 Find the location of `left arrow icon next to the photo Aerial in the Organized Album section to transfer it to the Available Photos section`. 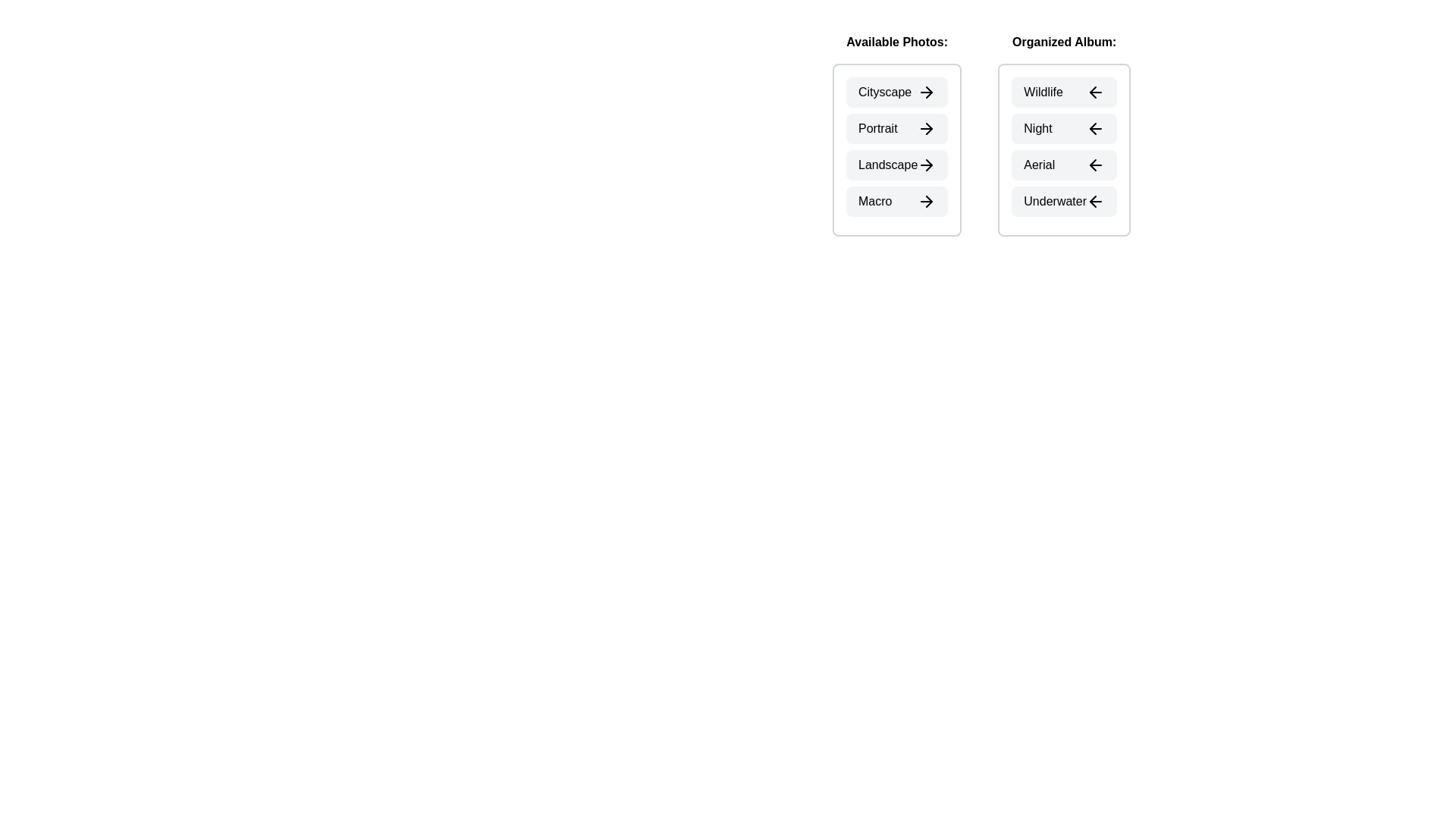

left arrow icon next to the photo Aerial in the Organized Album section to transfer it to the Available Photos section is located at coordinates (1095, 165).